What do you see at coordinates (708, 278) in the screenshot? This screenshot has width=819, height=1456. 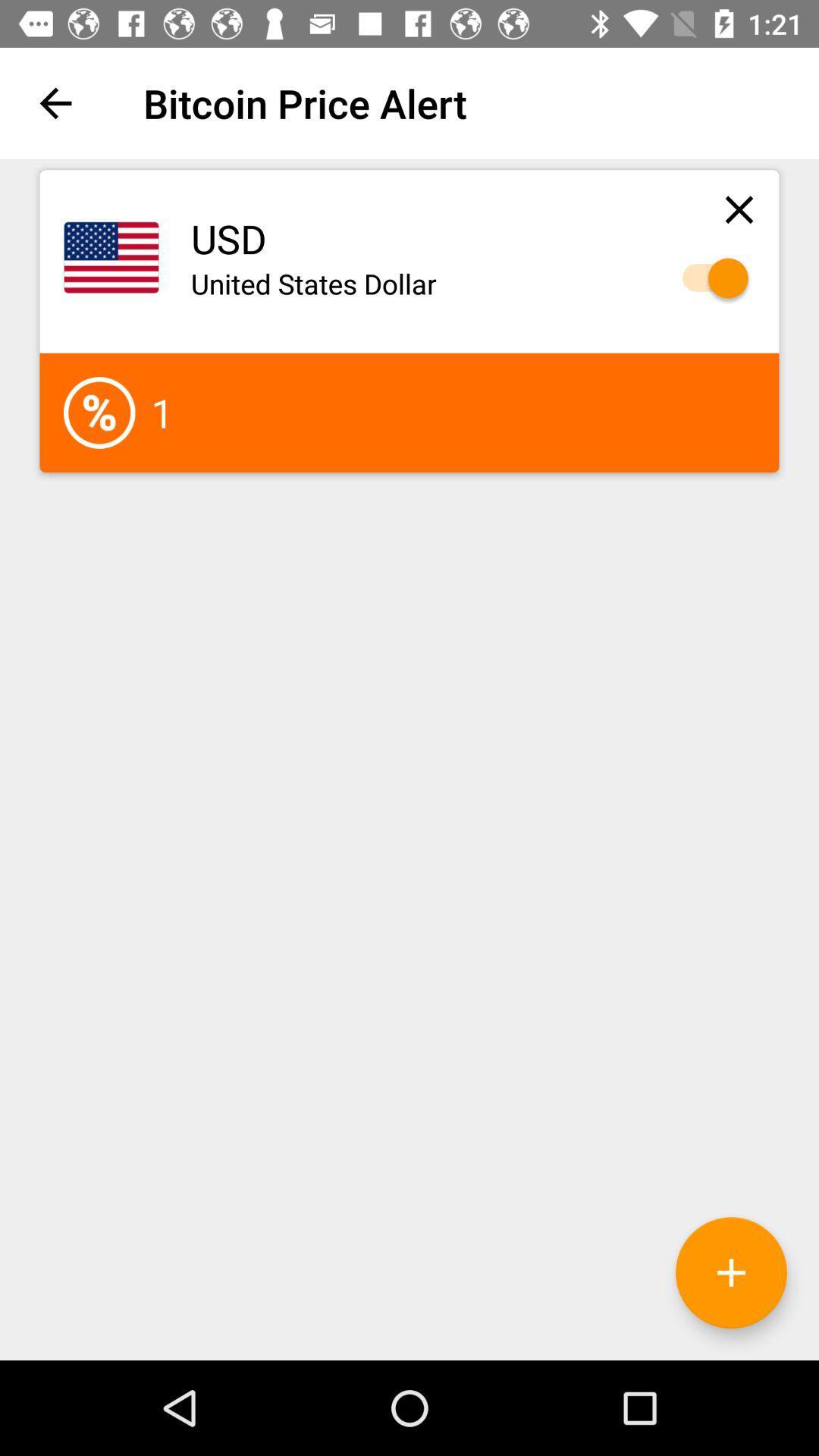 I see `usd off` at bounding box center [708, 278].